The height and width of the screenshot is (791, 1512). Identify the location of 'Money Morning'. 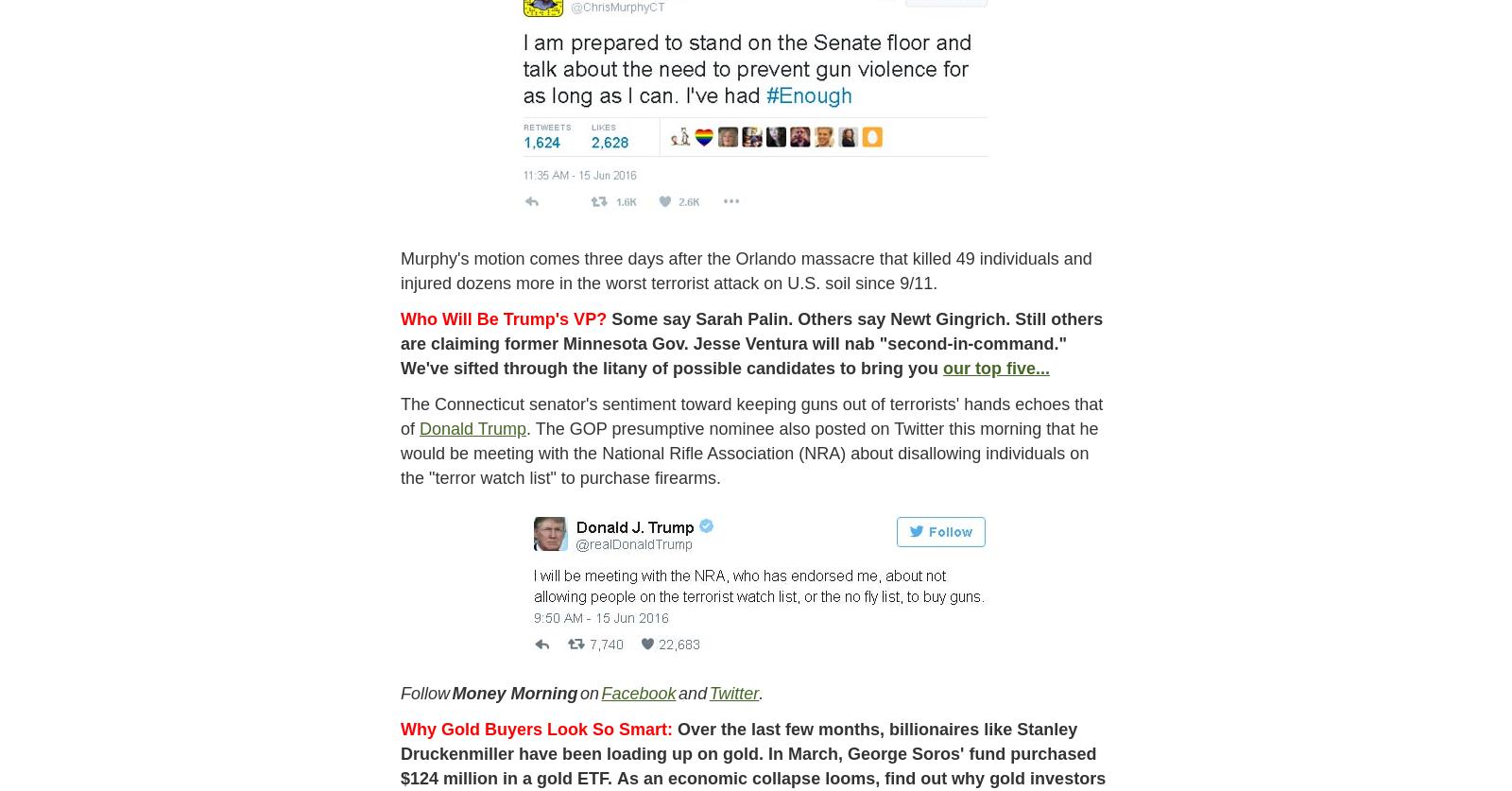
(451, 691).